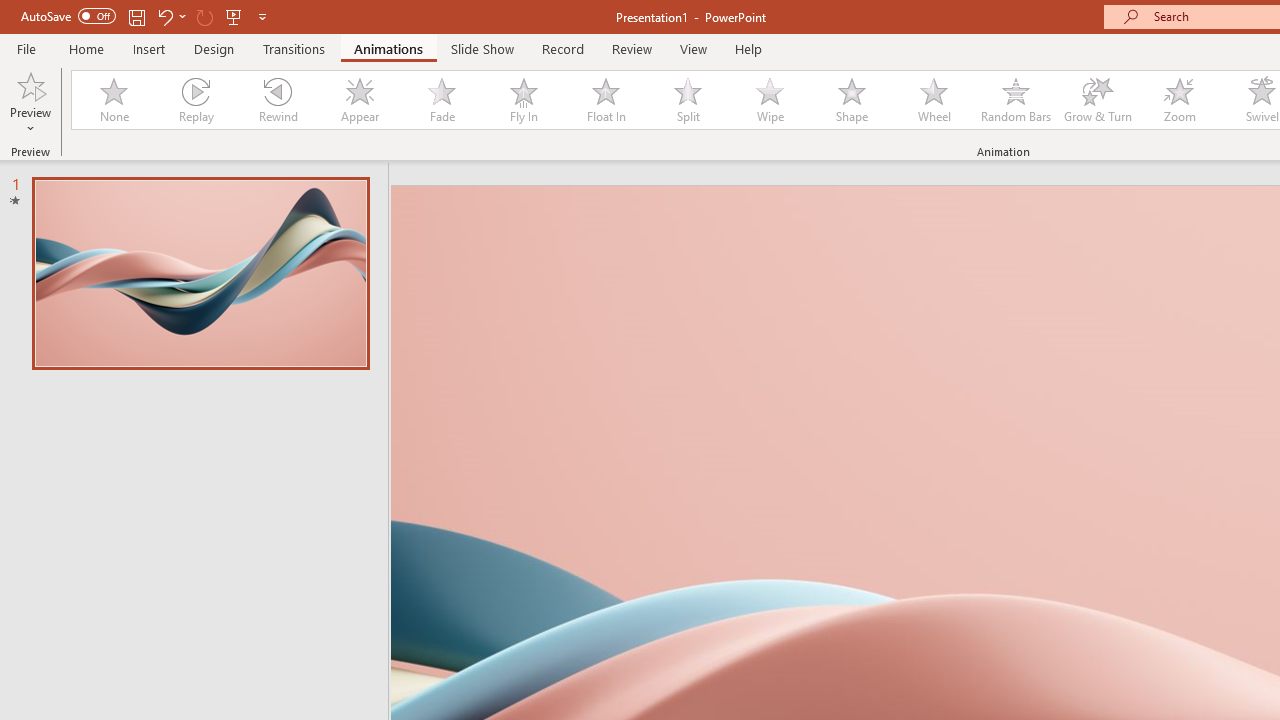 This screenshot has width=1280, height=720. I want to click on 'Fly In', so click(523, 100).